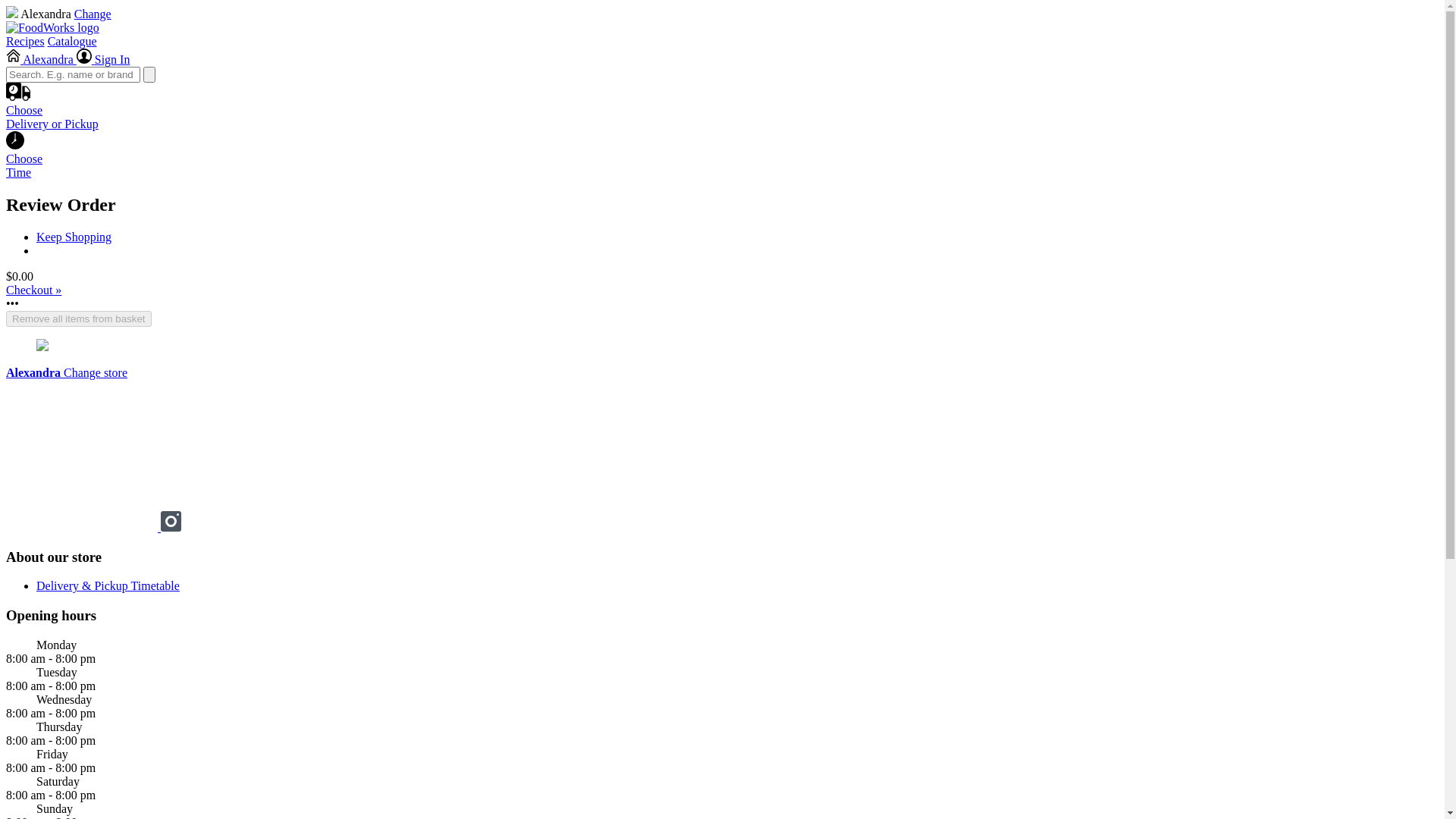  What do you see at coordinates (107, 585) in the screenshot?
I see `'Delivery & Pickup Timetable'` at bounding box center [107, 585].